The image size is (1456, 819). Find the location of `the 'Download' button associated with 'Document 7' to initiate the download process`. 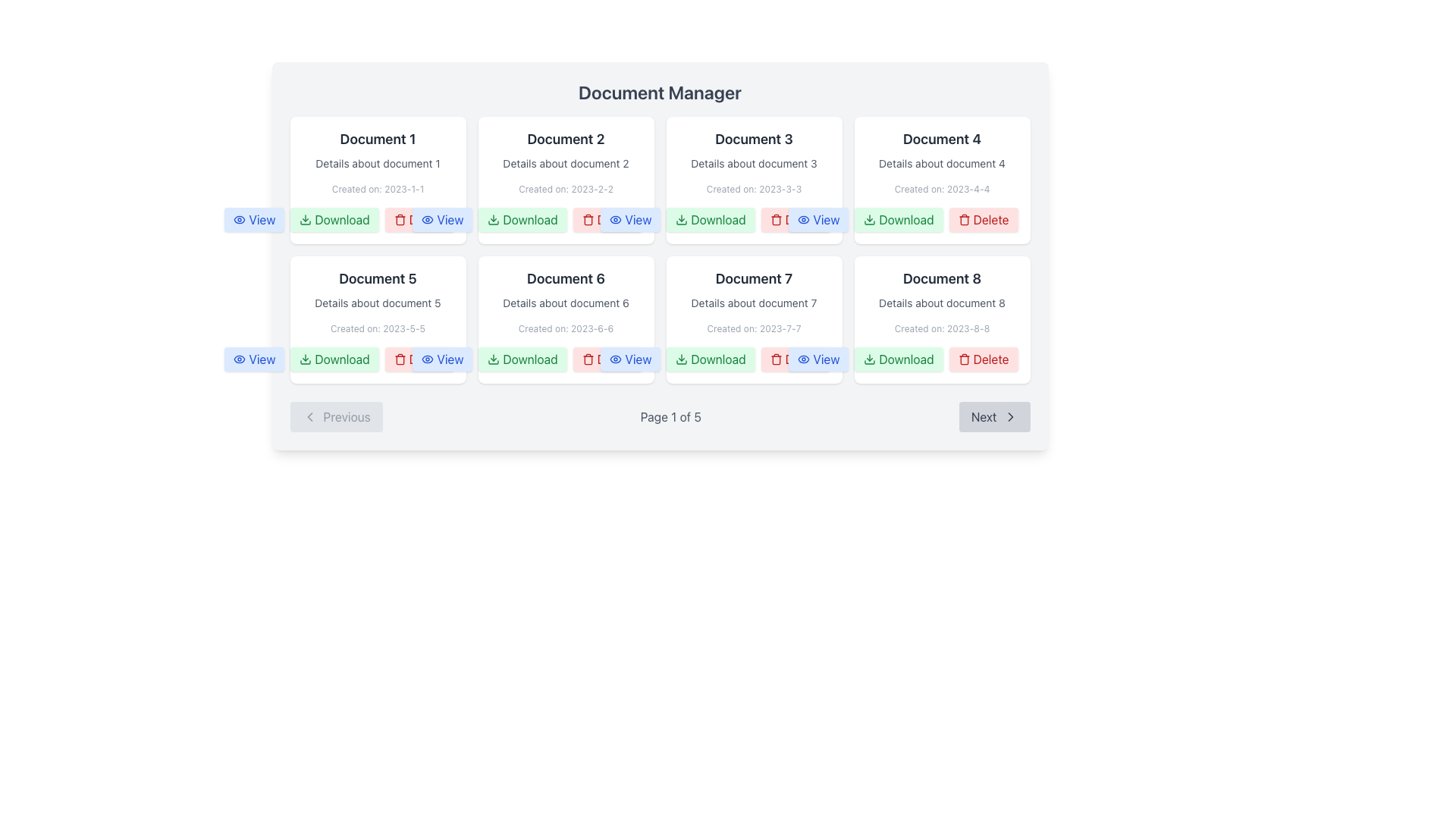

the 'Download' button associated with 'Document 7' to initiate the download process is located at coordinates (710, 359).